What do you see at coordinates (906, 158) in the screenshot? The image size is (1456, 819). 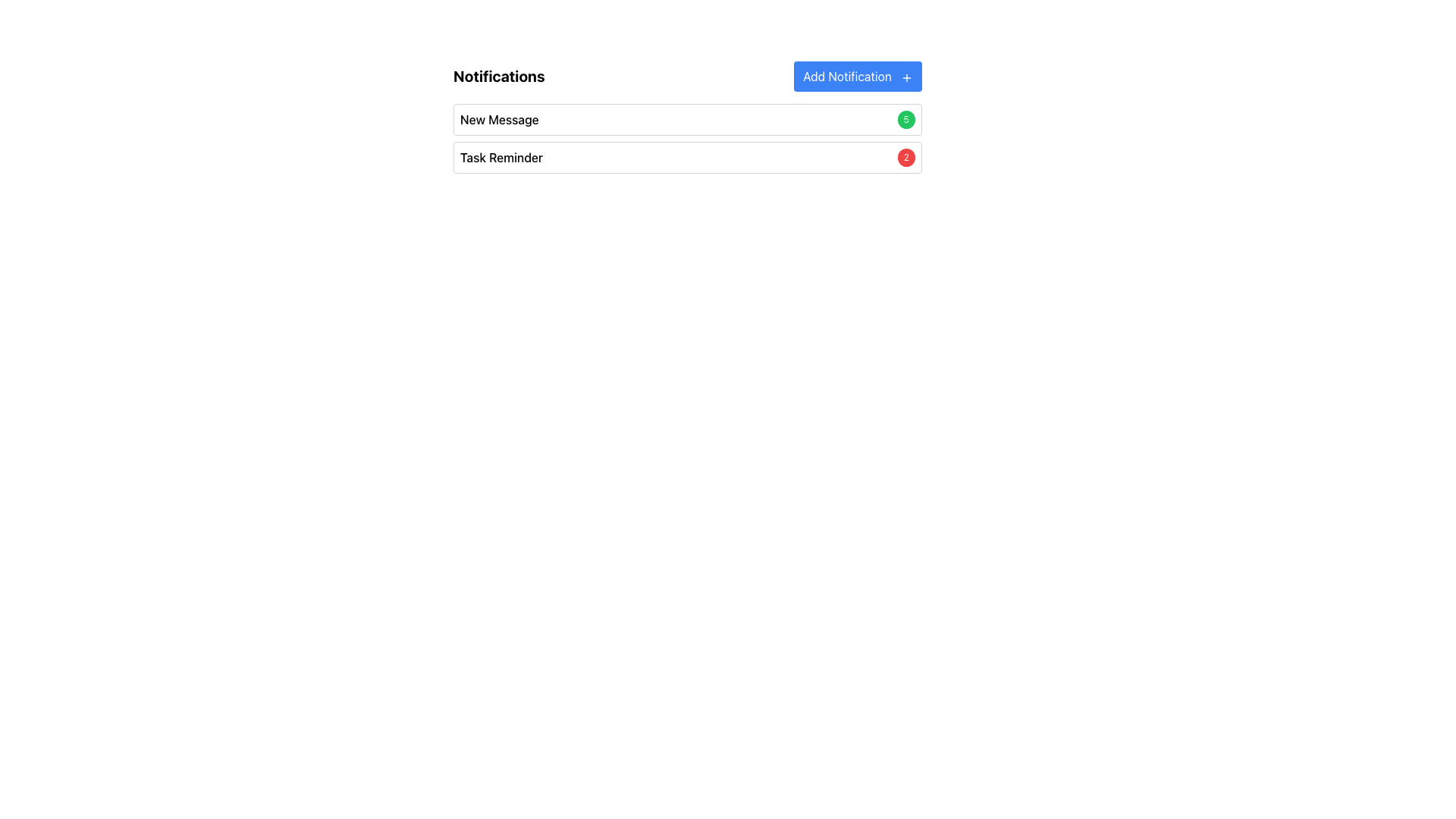 I see `the badge or counter indicating two items associated with the 'Task Reminder' entry, located to the right of the 'Task Reminder' text` at bounding box center [906, 158].